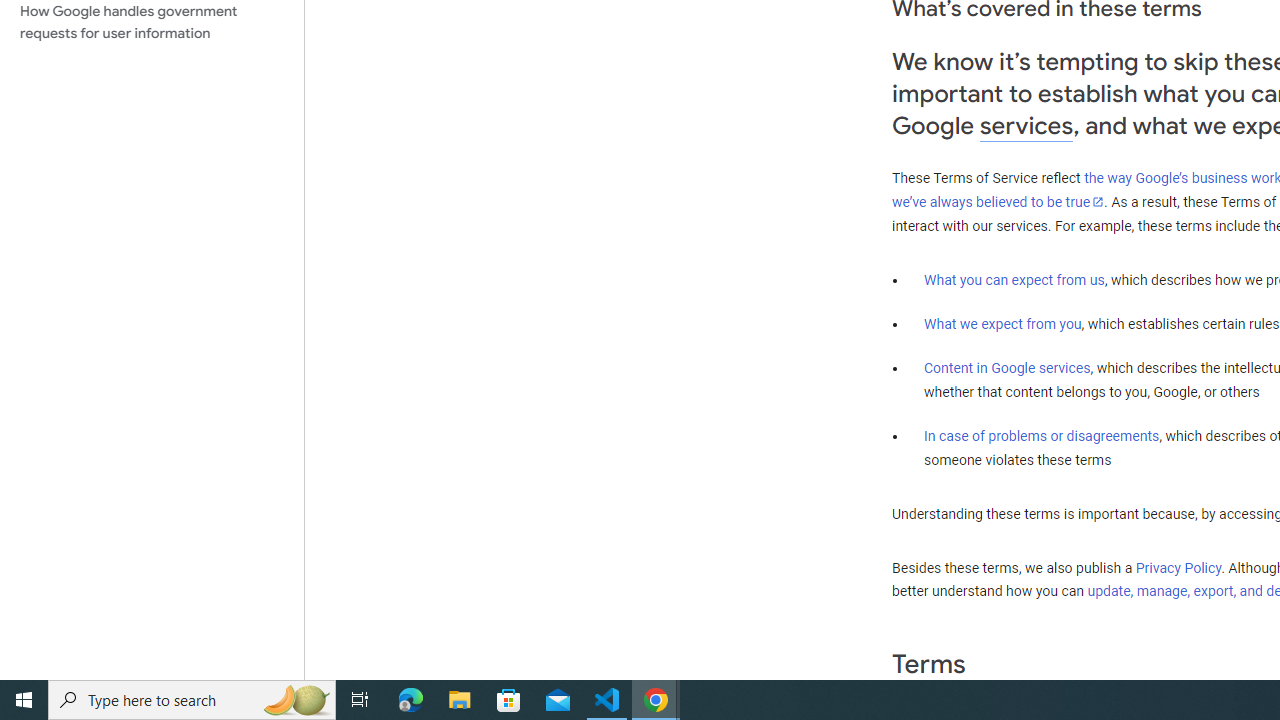 The width and height of the screenshot is (1280, 720). What do you see at coordinates (1040, 434) in the screenshot?
I see `'In case of problems or disagreements'` at bounding box center [1040, 434].